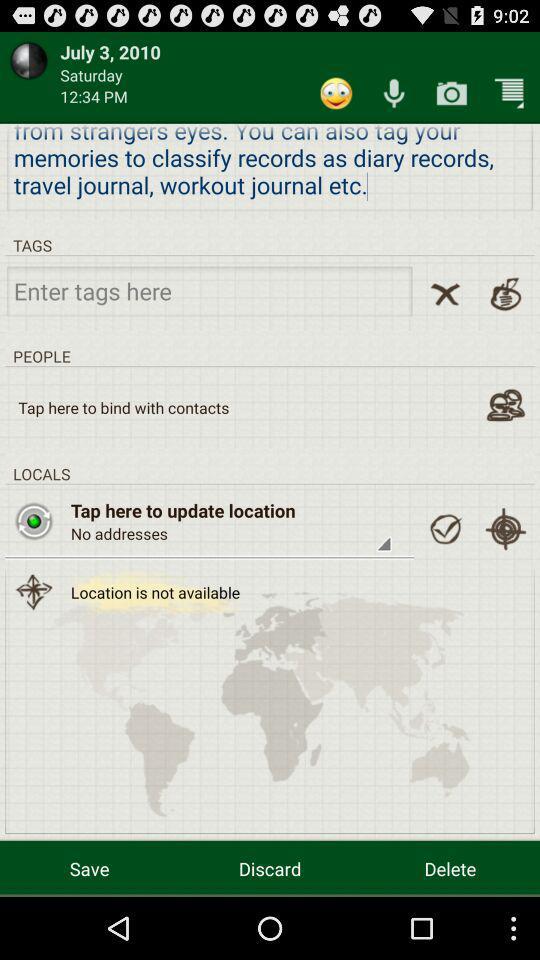 This screenshot has height=960, width=540. What do you see at coordinates (451, 99) in the screenshot?
I see `the photo icon` at bounding box center [451, 99].